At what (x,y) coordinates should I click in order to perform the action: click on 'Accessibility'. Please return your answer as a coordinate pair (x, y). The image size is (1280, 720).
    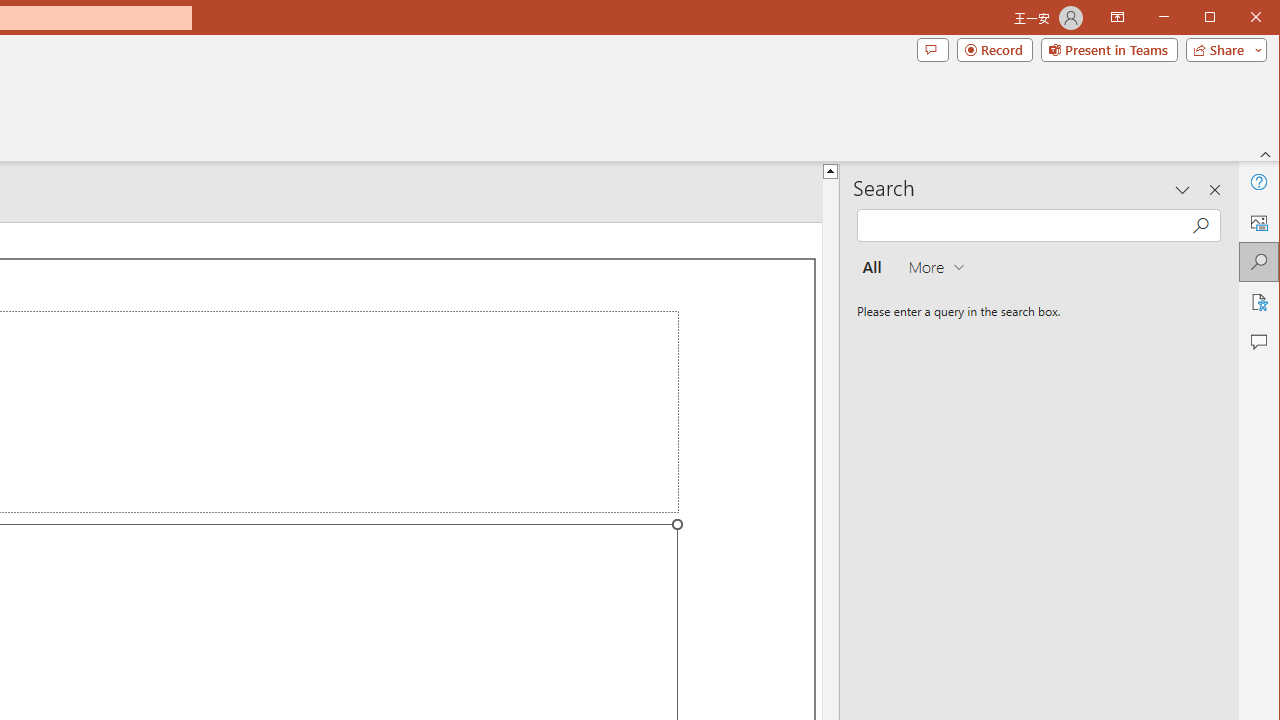
    Looking at the image, I should click on (1257, 302).